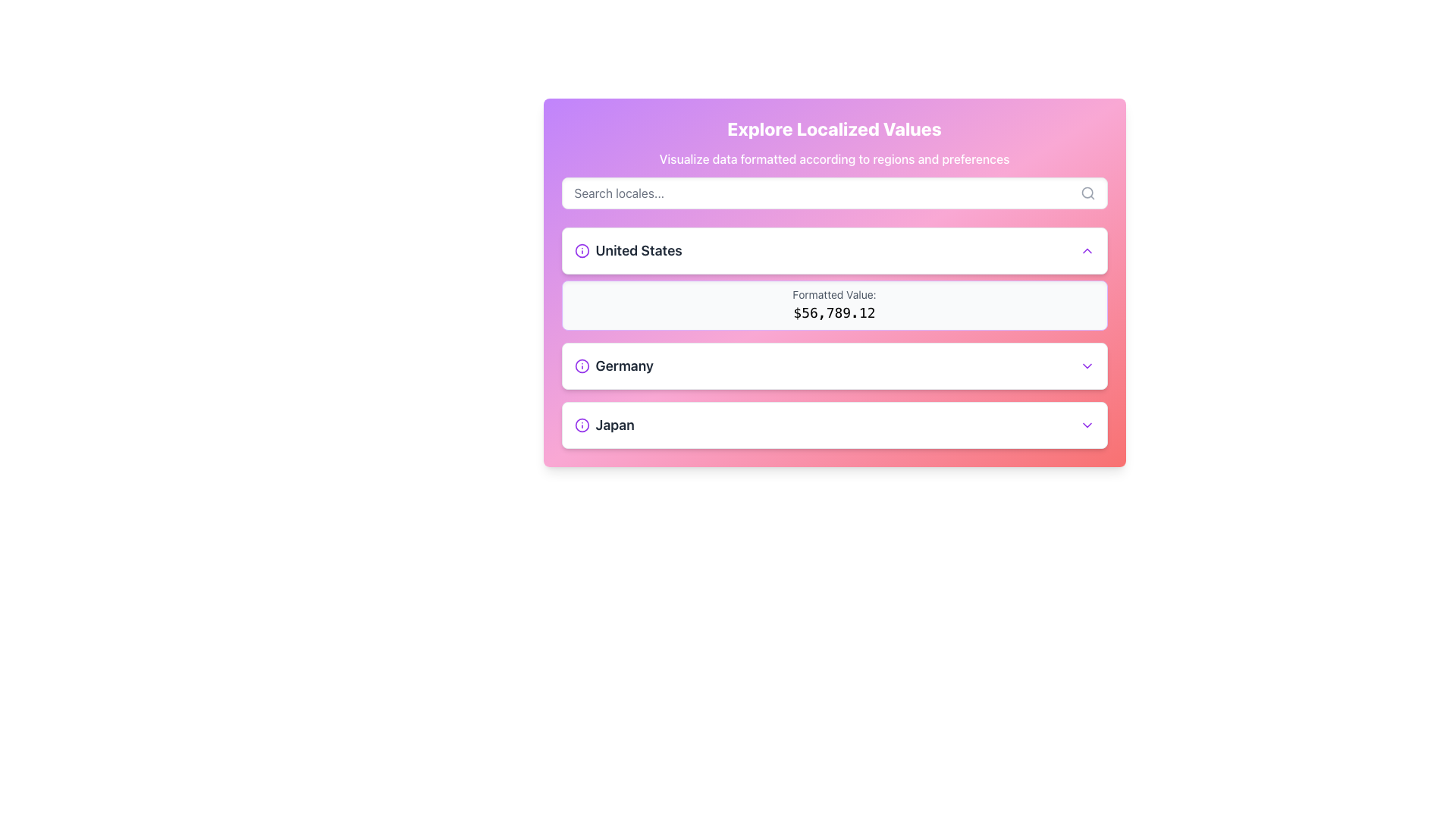  I want to click on the 'United States' label which is positioned at the top of a list of locales, adjacent to a purple circular icon, so click(639, 250).